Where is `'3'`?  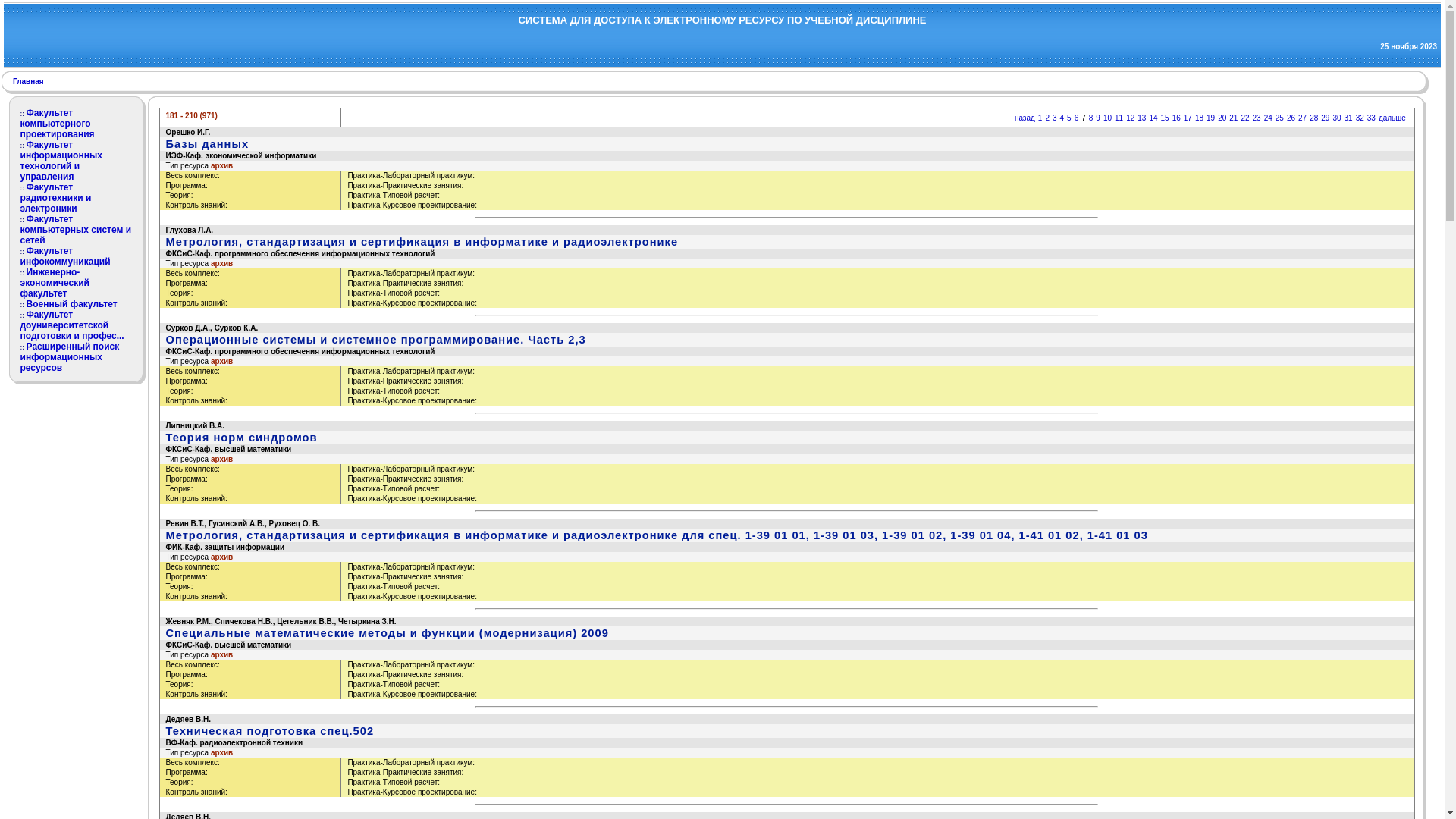 '3' is located at coordinates (1054, 117).